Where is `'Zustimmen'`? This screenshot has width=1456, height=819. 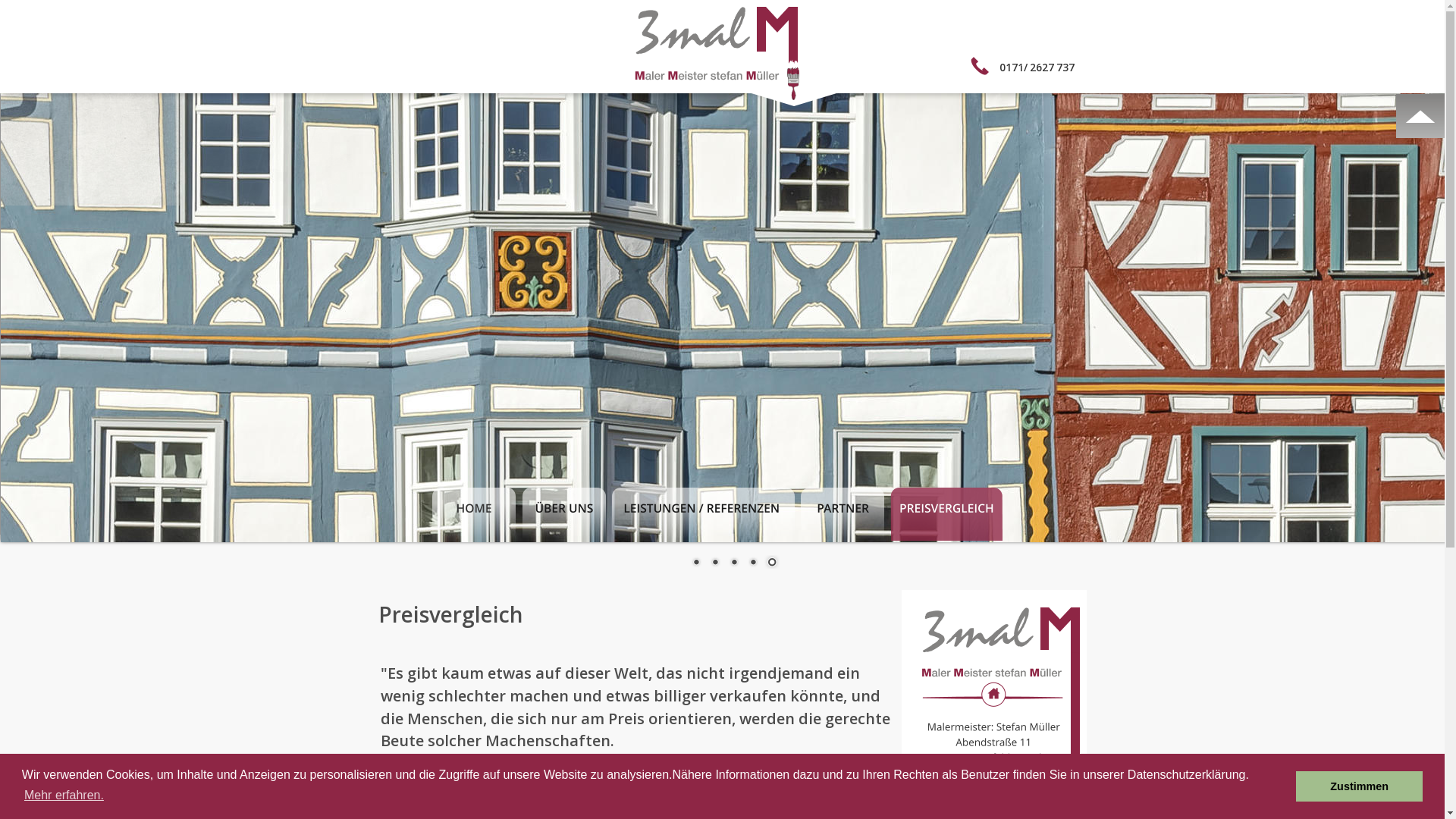
'Zustimmen' is located at coordinates (1359, 786).